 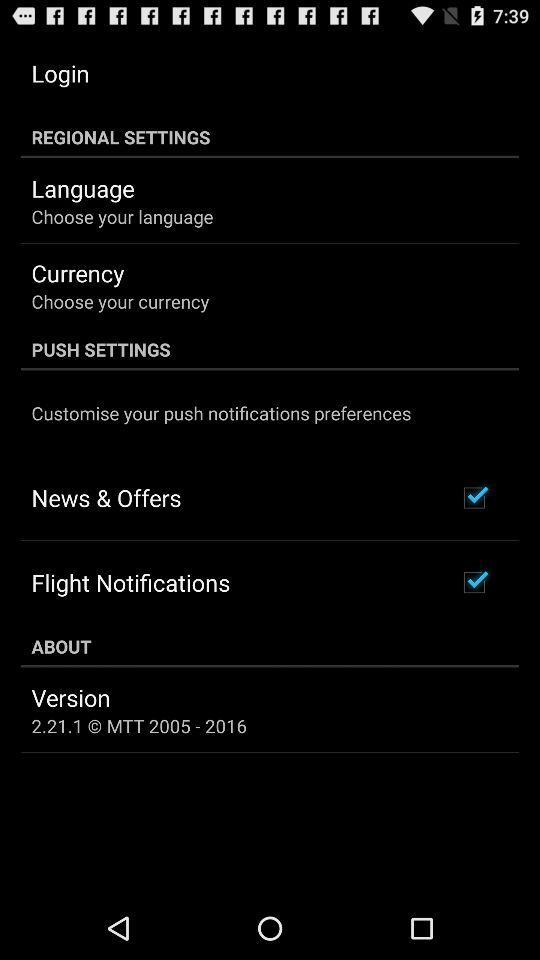 What do you see at coordinates (270, 645) in the screenshot?
I see `the about at the bottom` at bounding box center [270, 645].